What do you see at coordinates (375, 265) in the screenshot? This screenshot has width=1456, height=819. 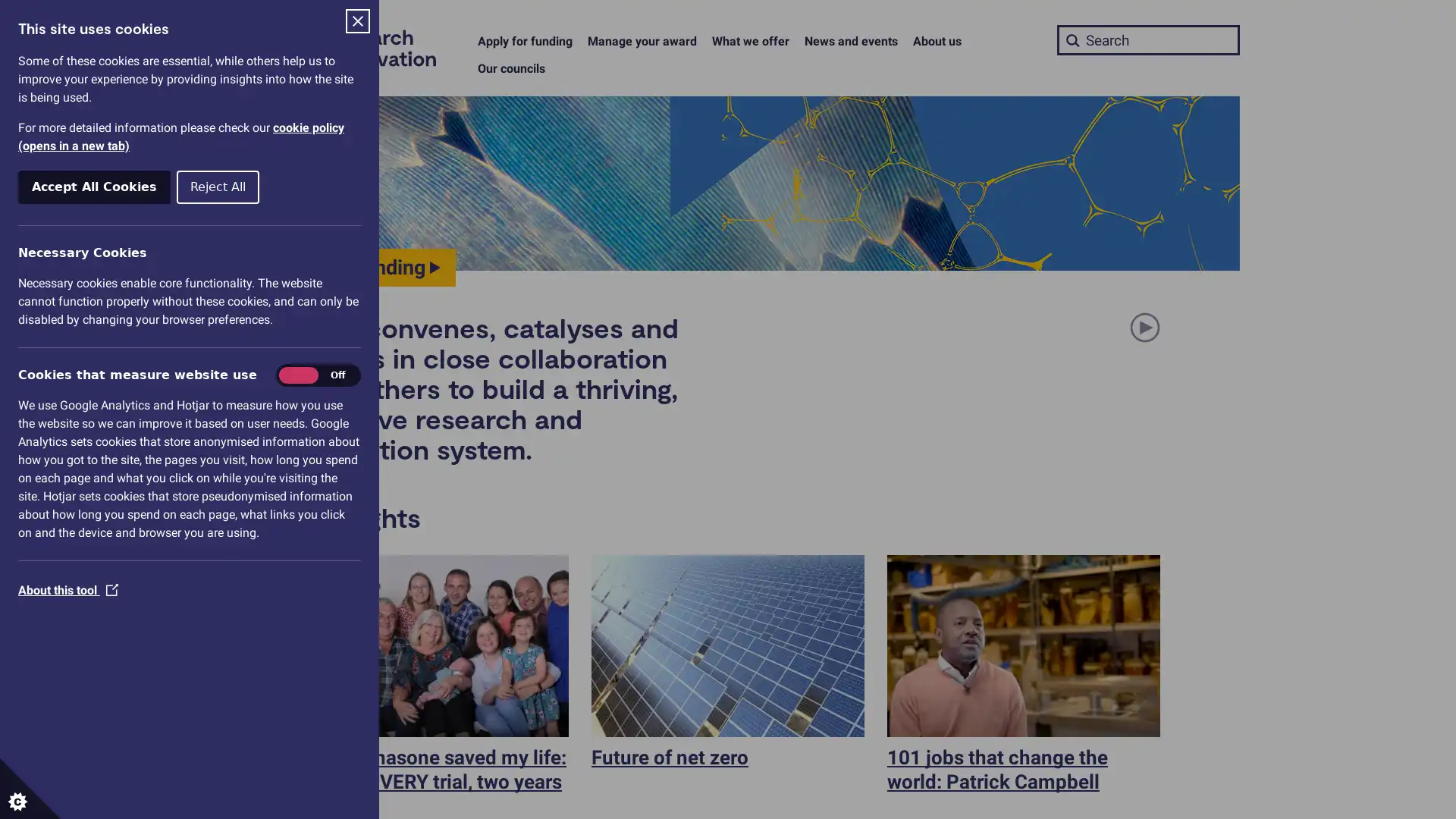 I see `Find funding` at bounding box center [375, 265].